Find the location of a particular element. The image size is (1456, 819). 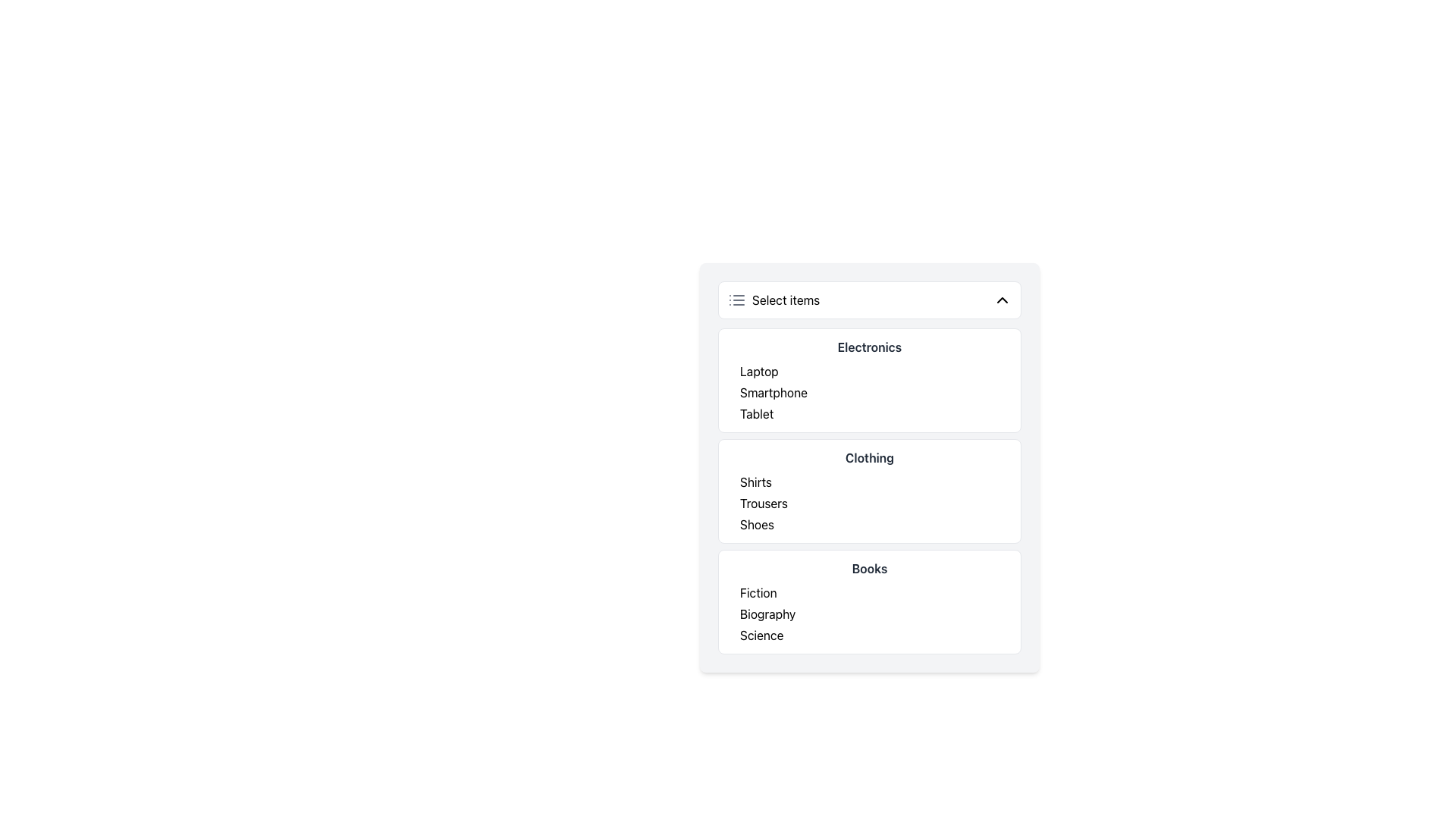

the 'Shirts' text label in the 'Clothing' category of the dropdown menu is located at coordinates (756, 482).